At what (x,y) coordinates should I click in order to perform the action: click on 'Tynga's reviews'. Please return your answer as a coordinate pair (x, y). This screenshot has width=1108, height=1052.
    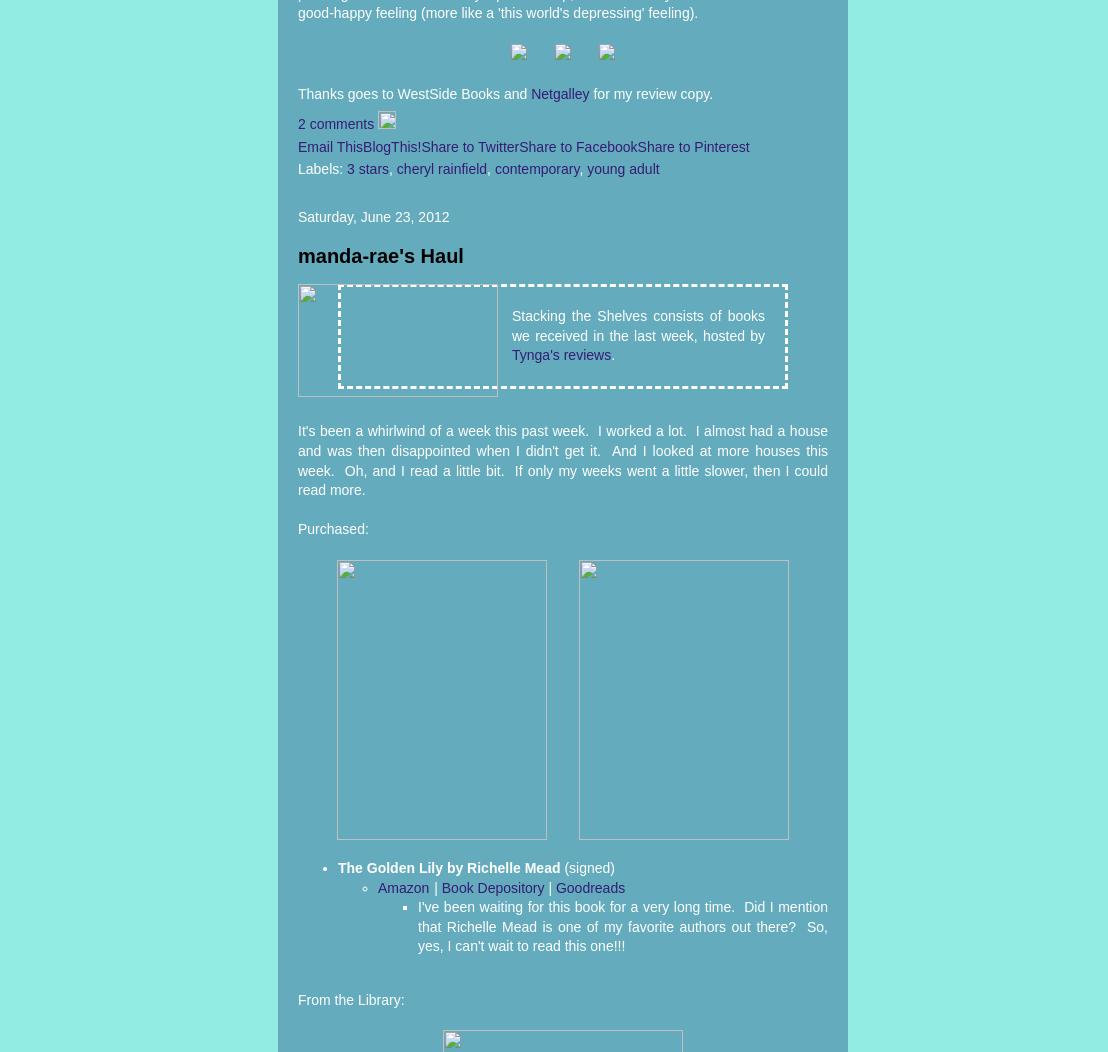
    Looking at the image, I should click on (561, 355).